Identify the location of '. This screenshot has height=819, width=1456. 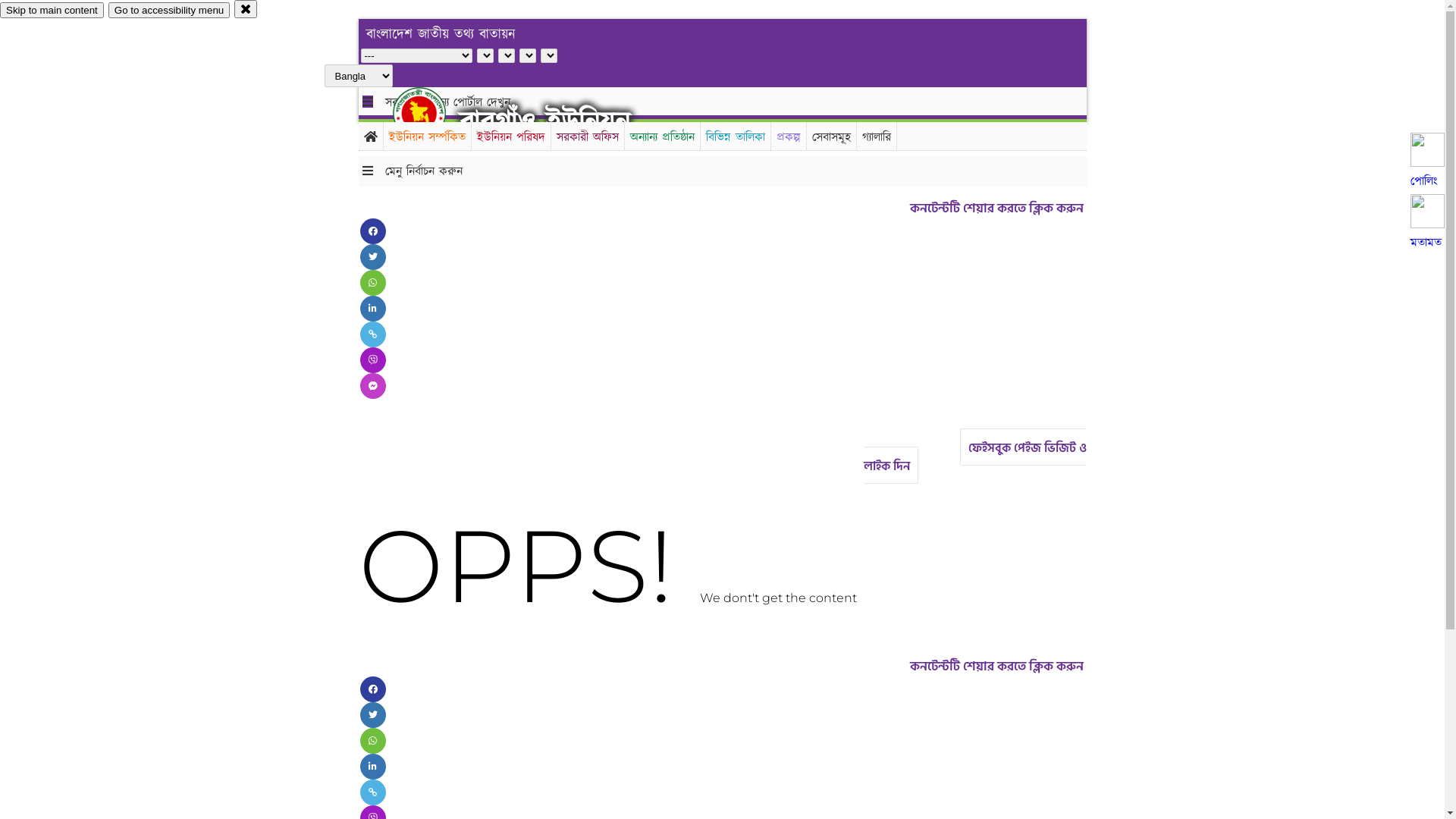
(393, 112).